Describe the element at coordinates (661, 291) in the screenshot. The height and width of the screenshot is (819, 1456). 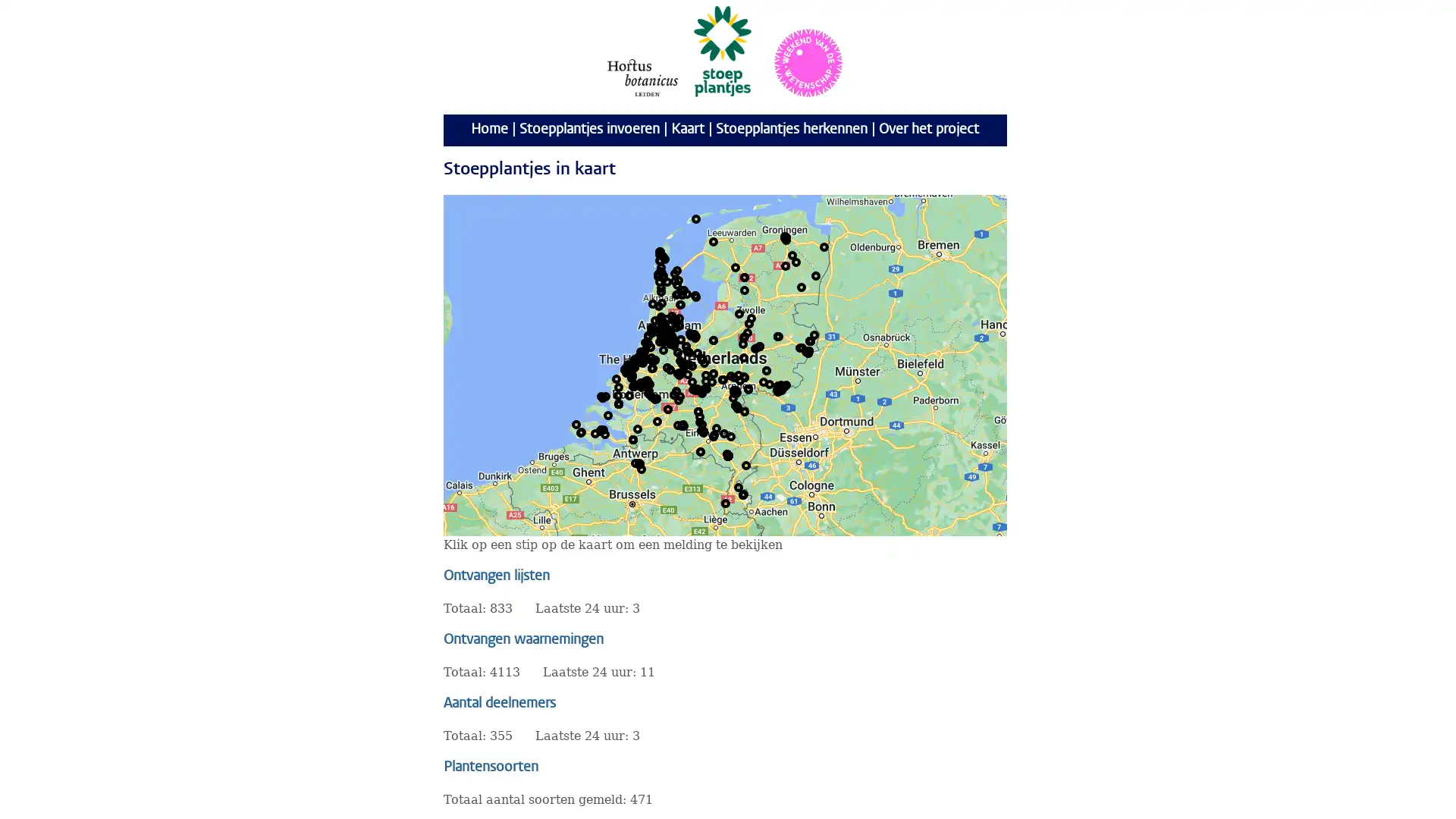
I see `Telling van op 31 maart 2022` at that location.